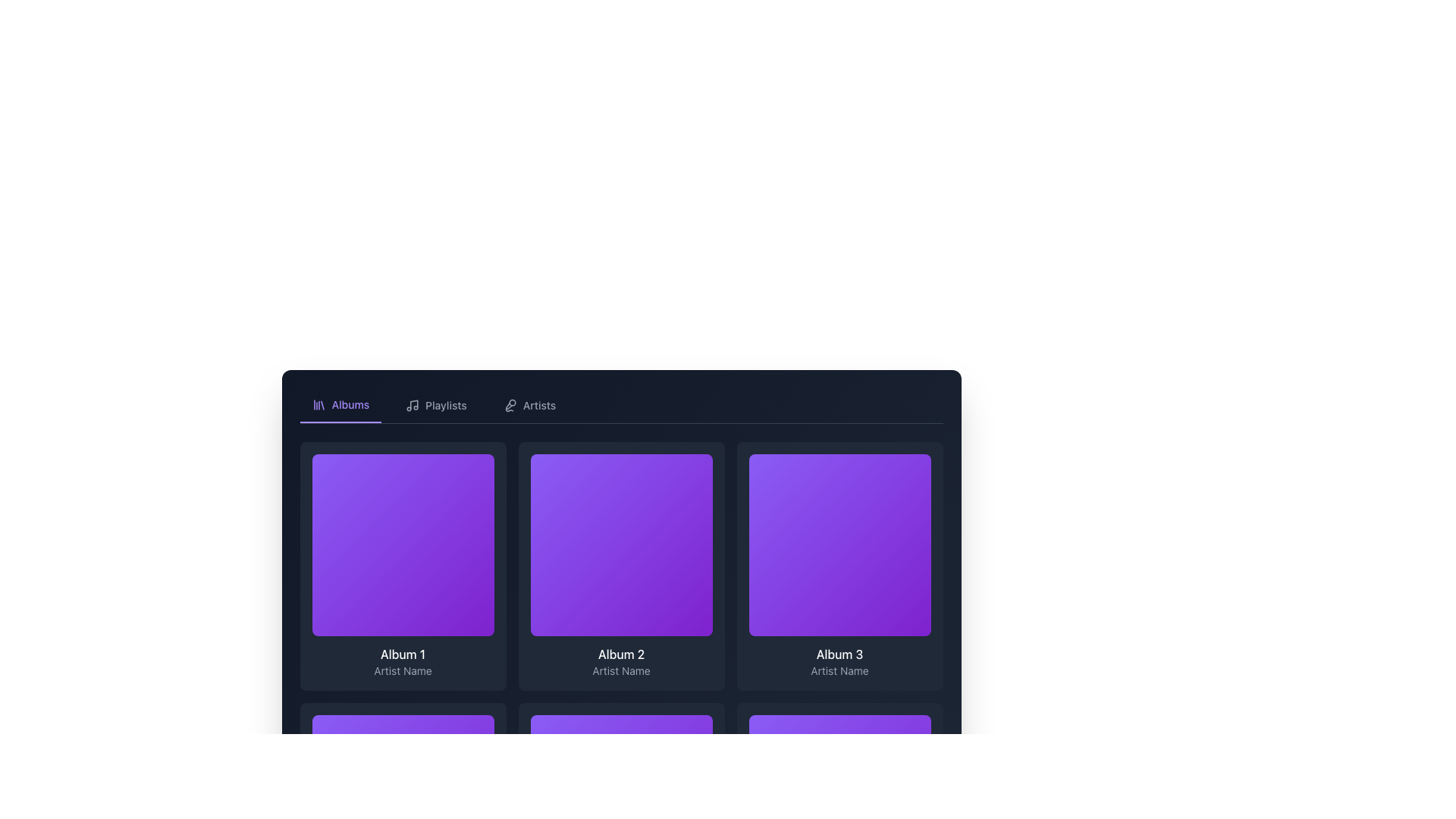 The height and width of the screenshot is (819, 1456). What do you see at coordinates (435, 405) in the screenshot?
I see `the 'Playlists' button, which is the second item in the horizontal navigation bar located between 'Albums' and 'Artists'` at bounding box center [435, 405].